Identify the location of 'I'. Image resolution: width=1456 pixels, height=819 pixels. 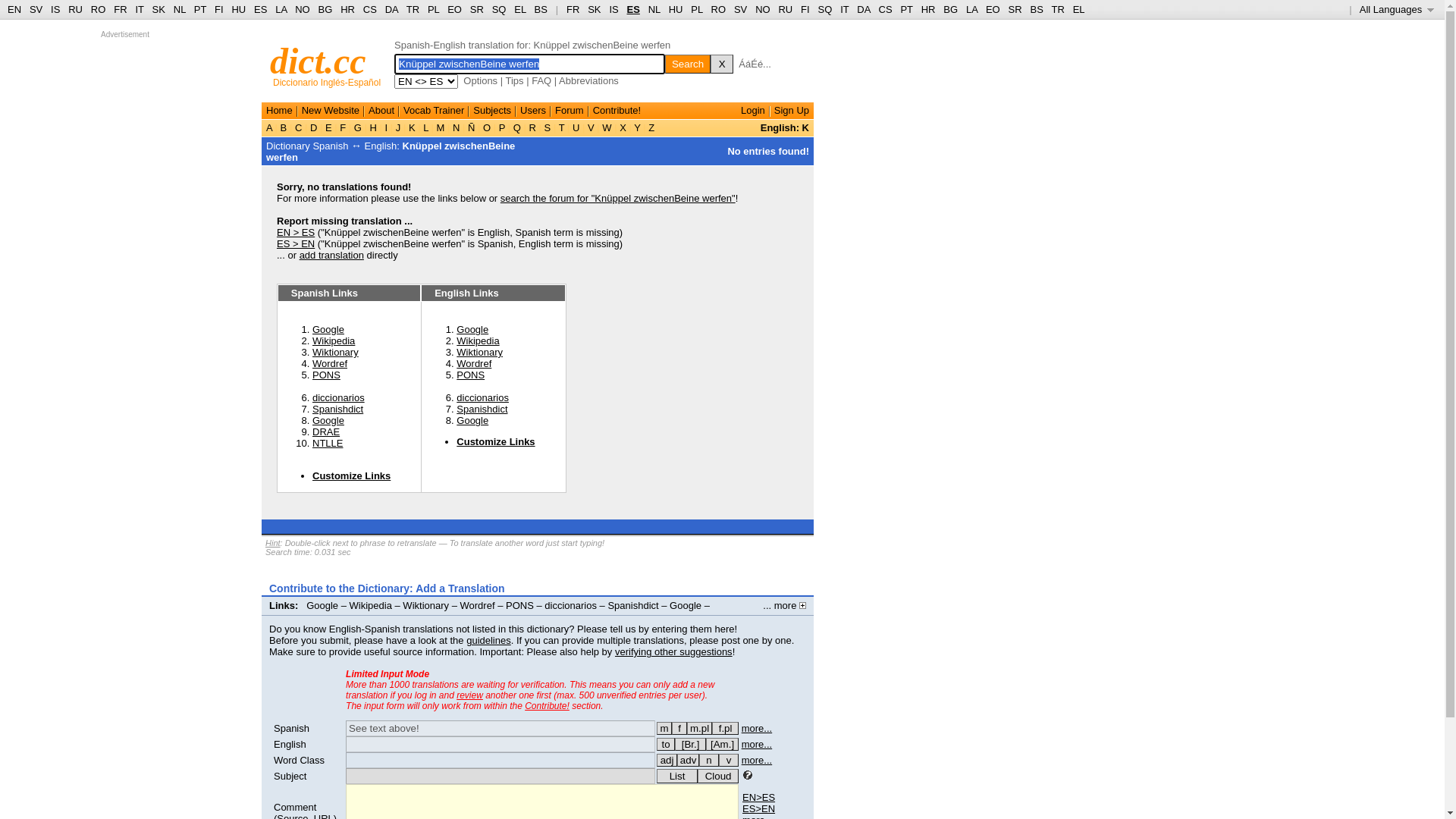
(382, 127).